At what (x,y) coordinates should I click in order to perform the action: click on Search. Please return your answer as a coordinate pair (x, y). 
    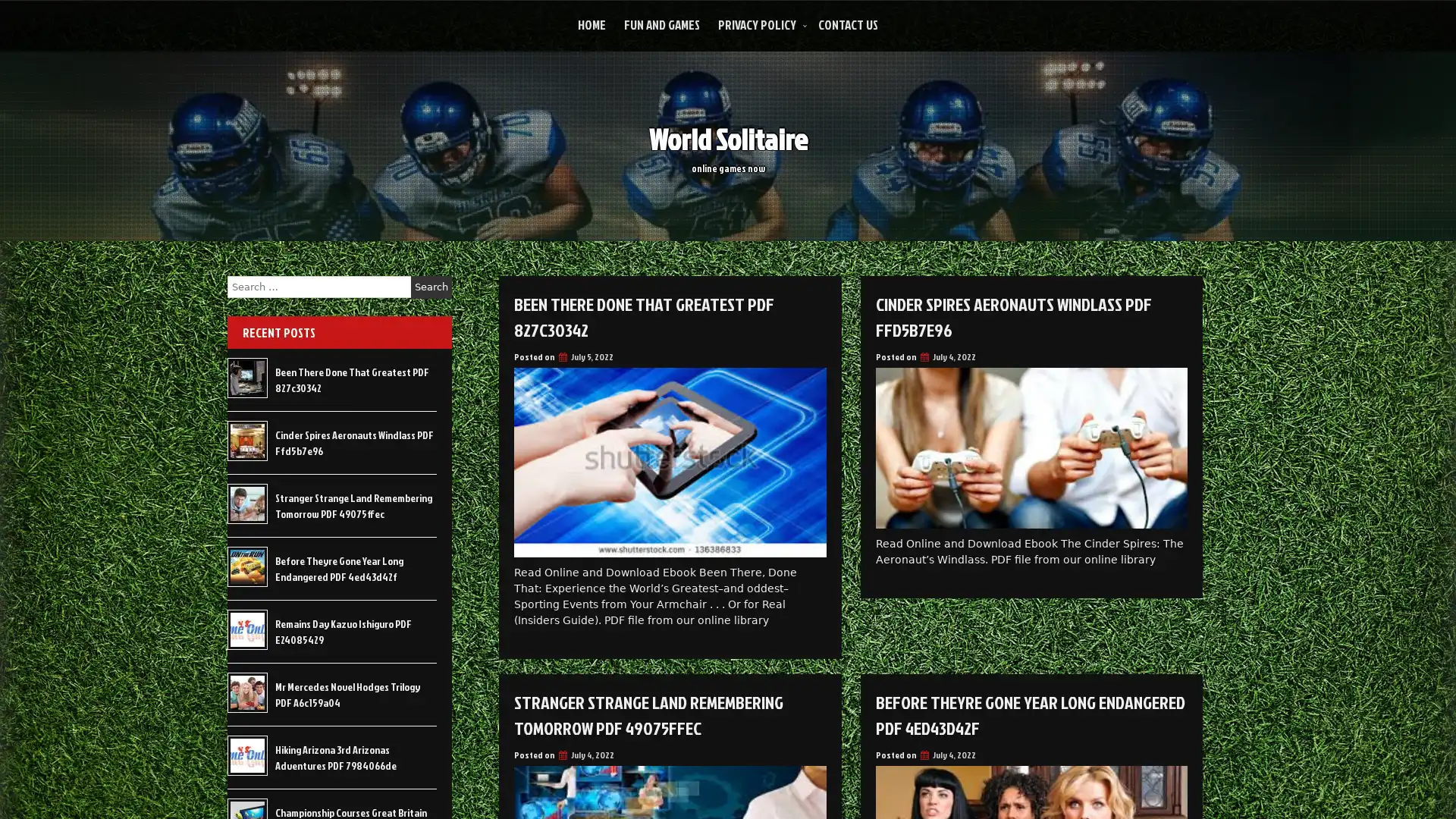
    Looking at the image, I should click on (431, 287).